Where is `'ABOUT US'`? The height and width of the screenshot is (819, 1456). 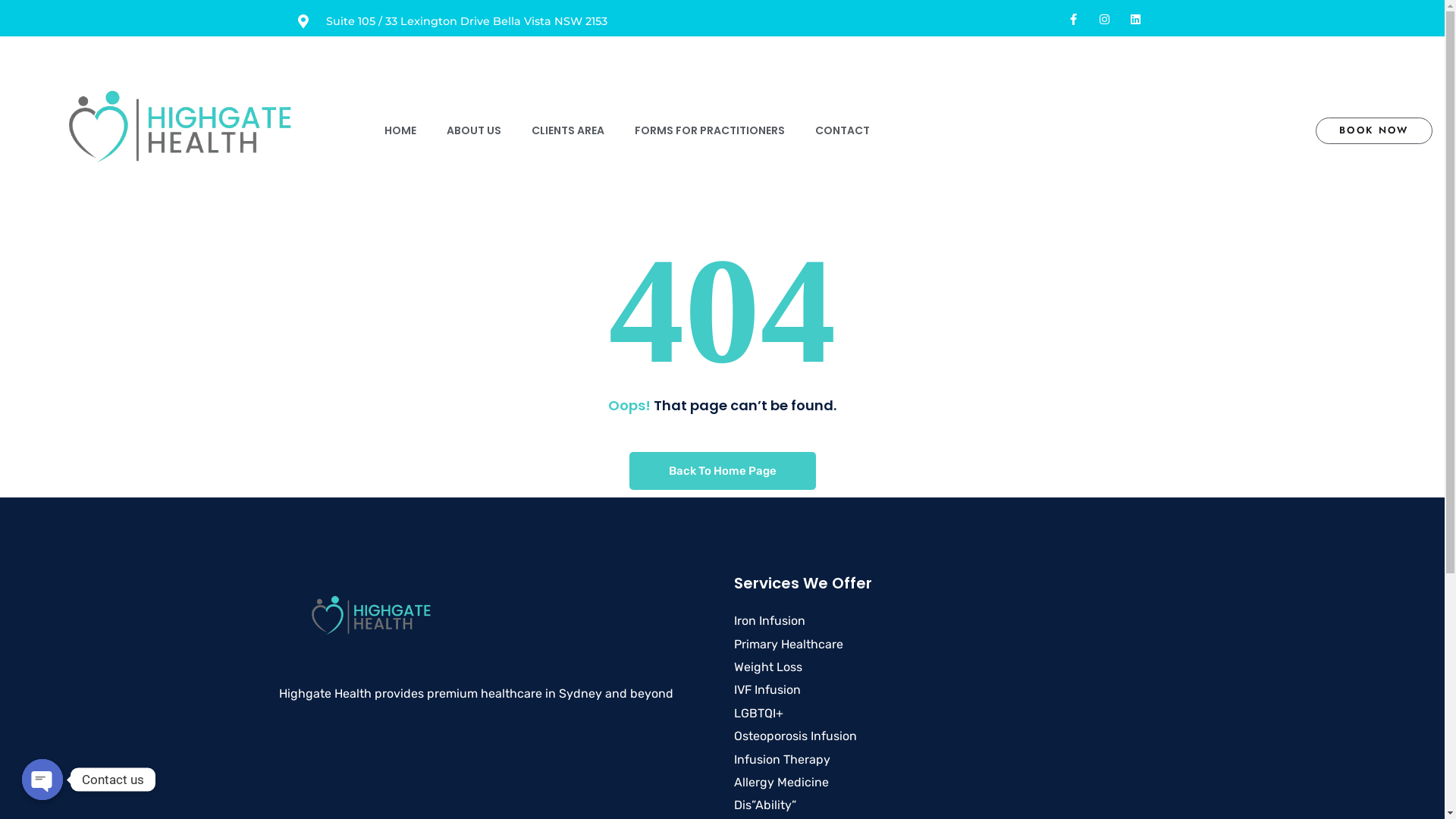 'ABOUT US' is located at coordinates (472, 130).